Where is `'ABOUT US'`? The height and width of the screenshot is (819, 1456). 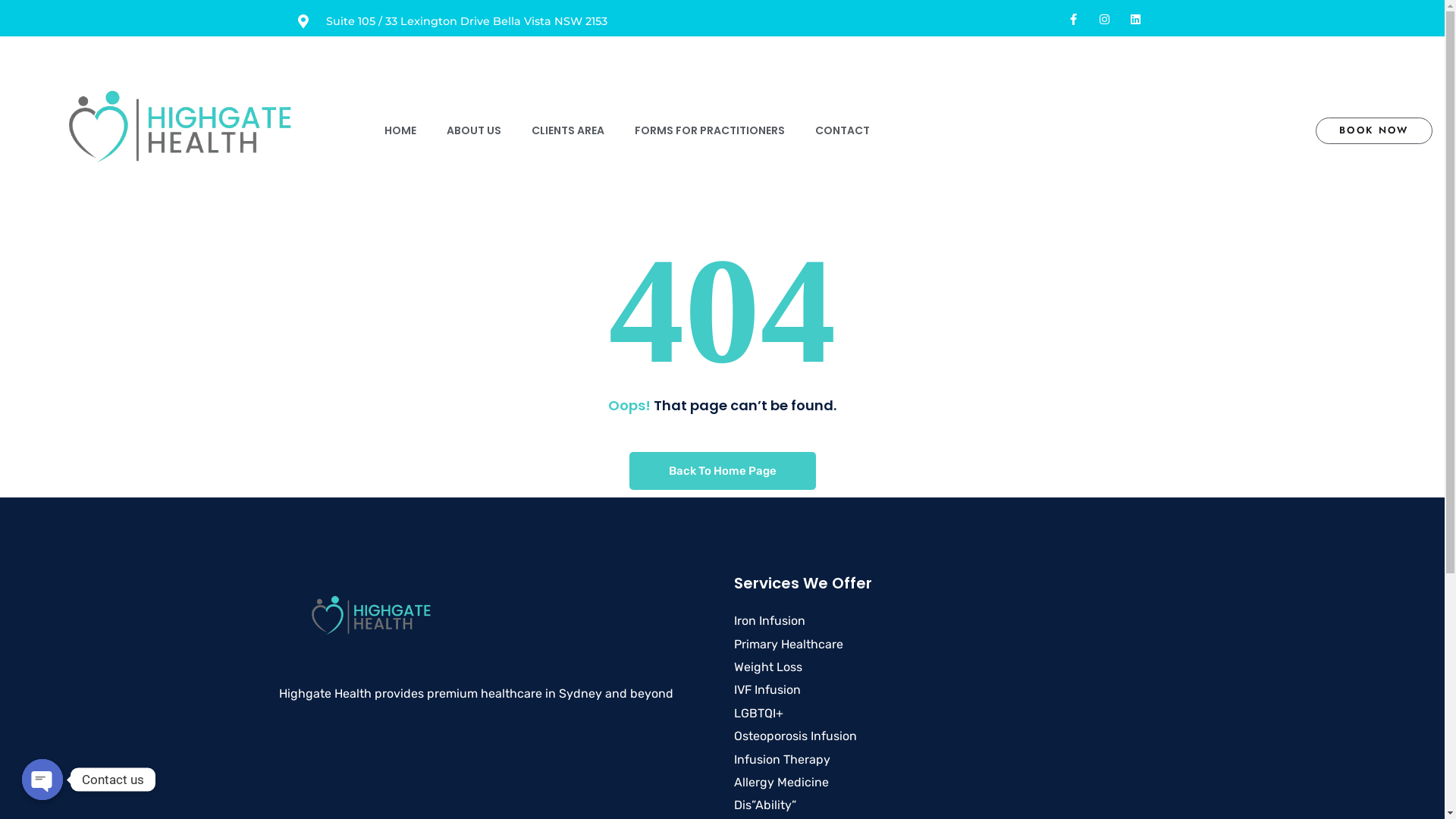 'ABOUT US' is located at coordinates (472, 130).